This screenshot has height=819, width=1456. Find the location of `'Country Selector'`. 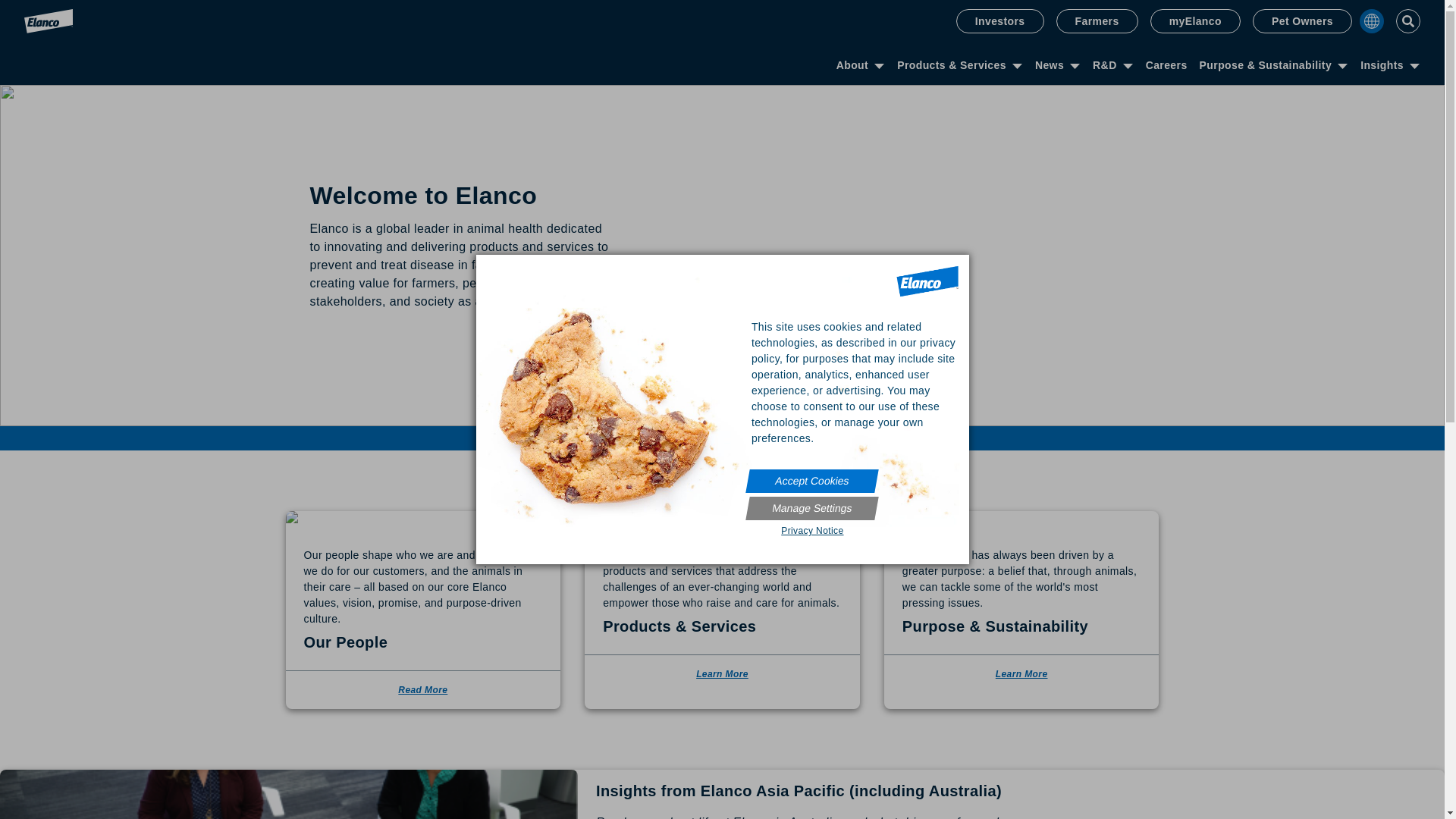

'Country Selector' is located at coordinates (1360, 20).